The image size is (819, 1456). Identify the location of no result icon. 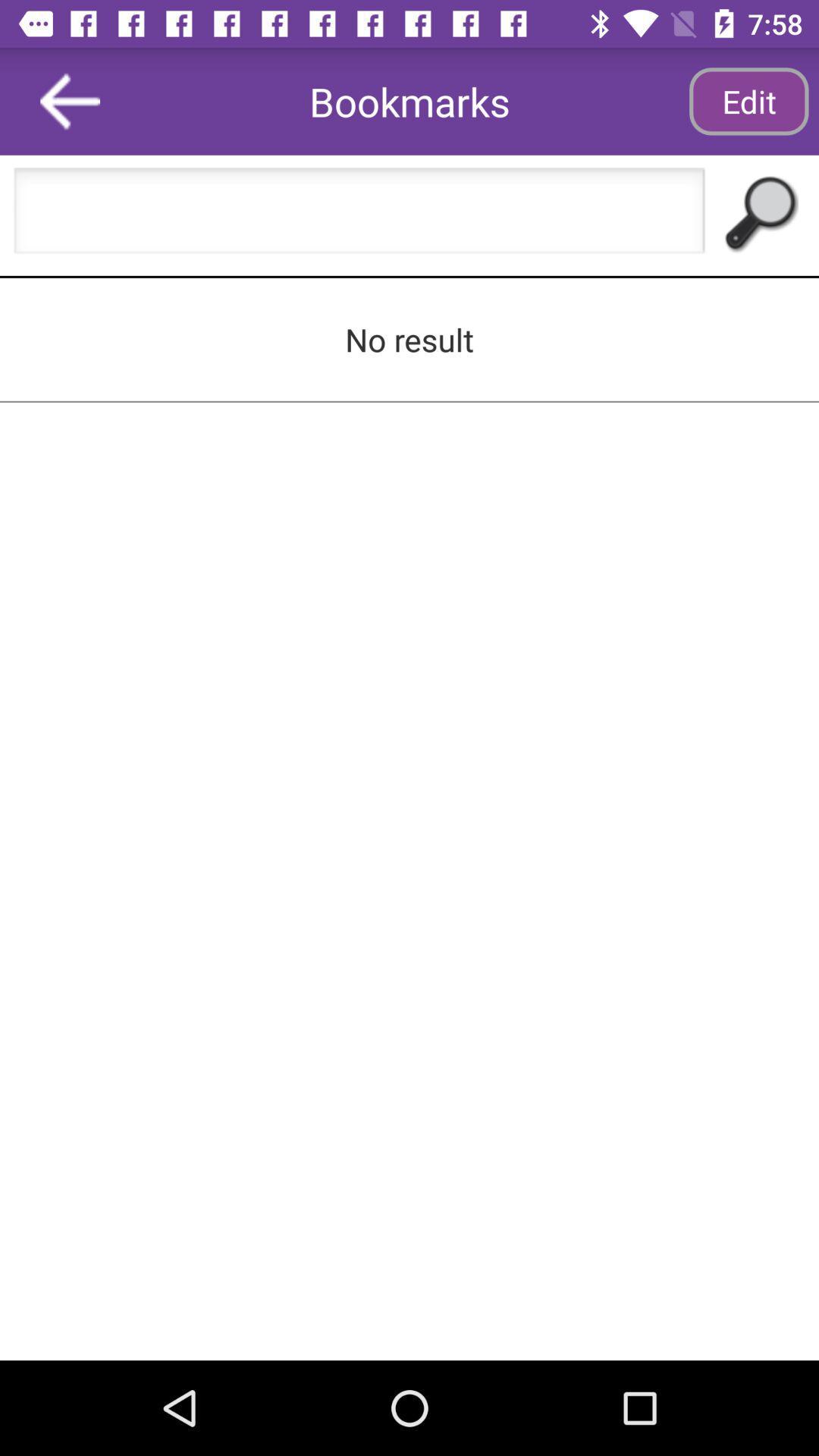
(409, 338).